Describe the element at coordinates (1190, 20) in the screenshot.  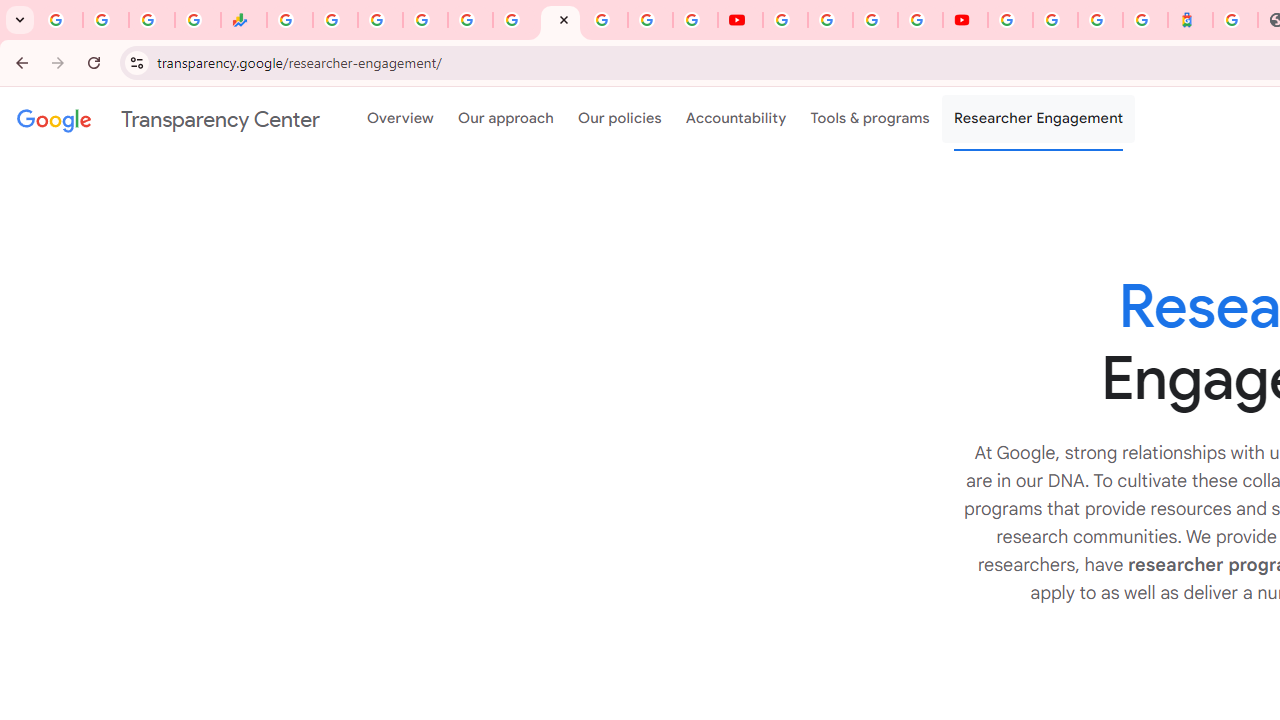
I see `'Atour Hotel - Google hotels'` at that location.